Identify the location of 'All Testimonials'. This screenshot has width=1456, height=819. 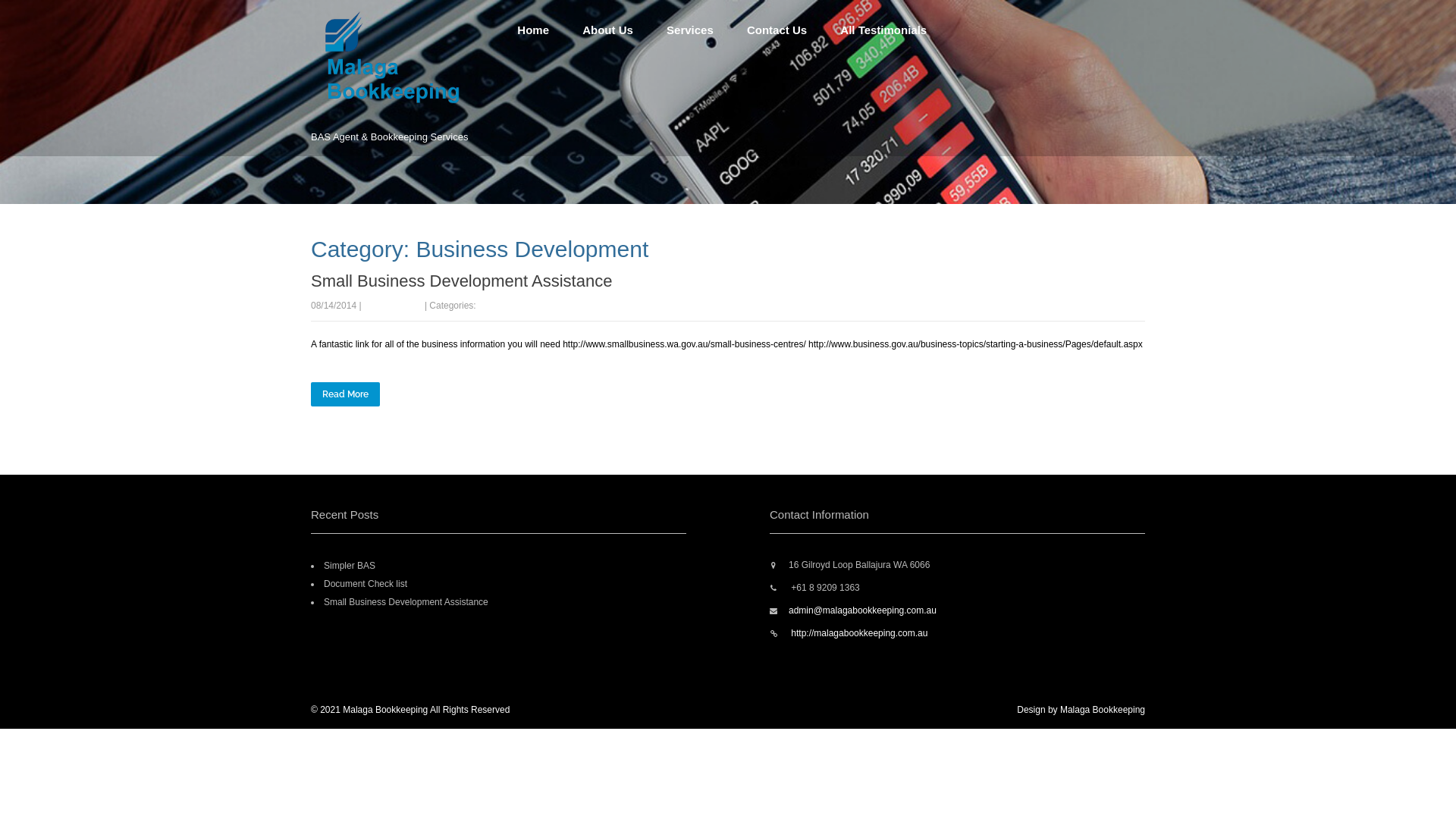
(883, 30).